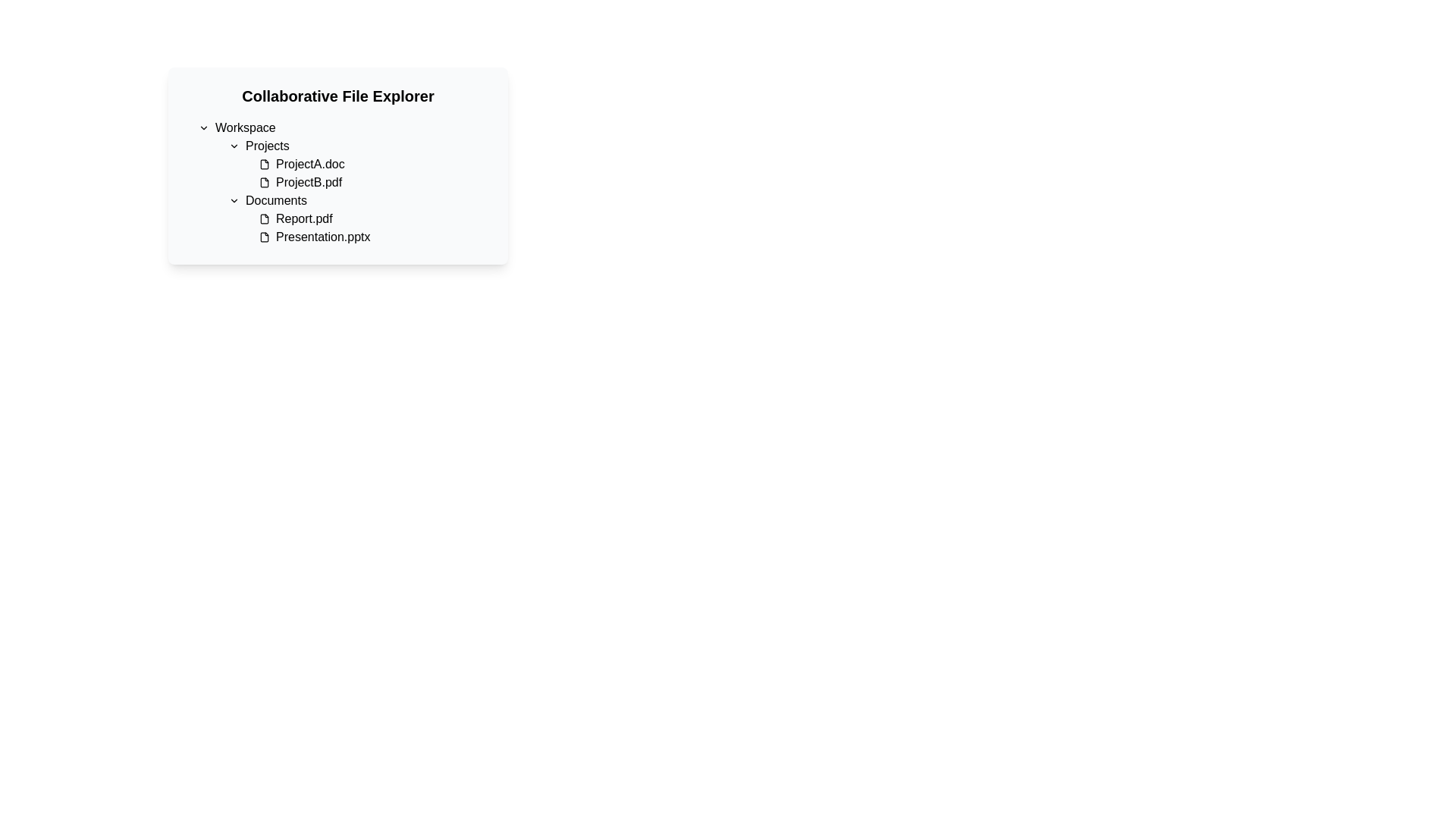 The height and width of the screenshot is (819, 1456). What do you see at coordinates (265, 219) in the screenshot?
I see `the PDF file icon located to the left of the 'Report.pdf' file name in the 'Documents' section` at bounding box center [265, 219].